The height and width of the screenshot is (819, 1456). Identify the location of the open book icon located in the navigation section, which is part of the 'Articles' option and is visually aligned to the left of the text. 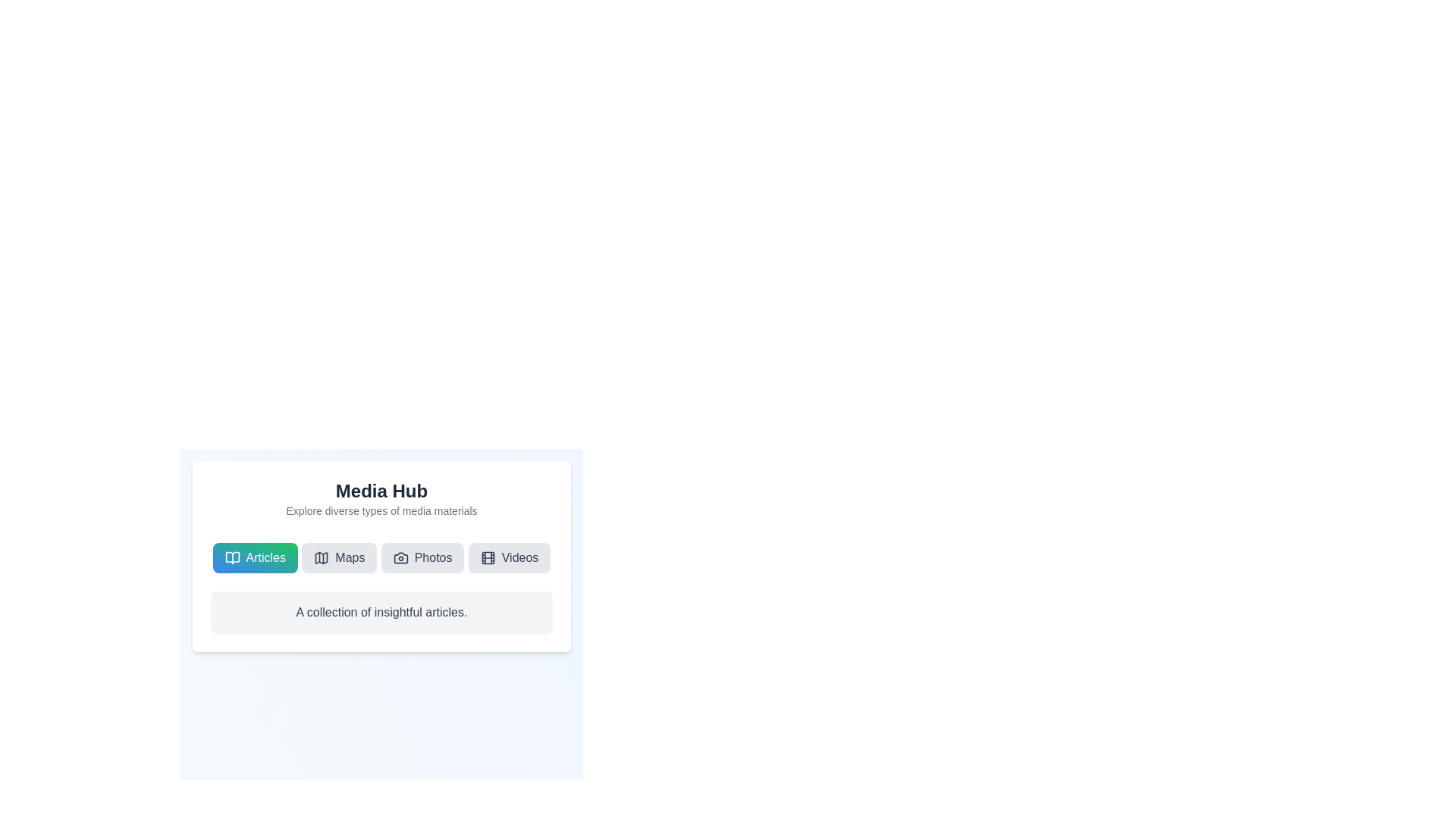
(231, 558).